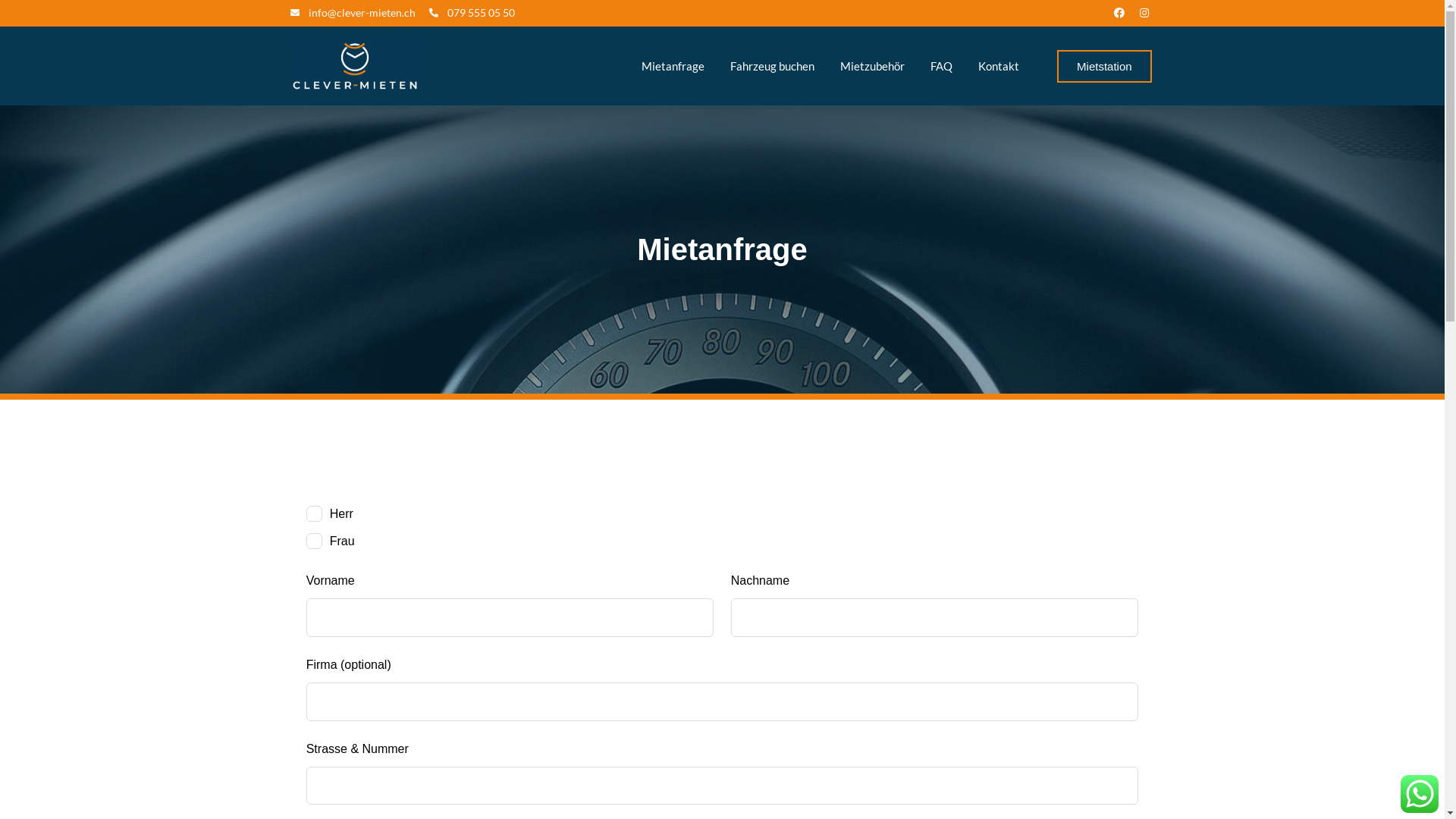  Describe the element at coordinates (718, 65) in the screenshot. I see `'Fahrzeug buchen'` at that location.